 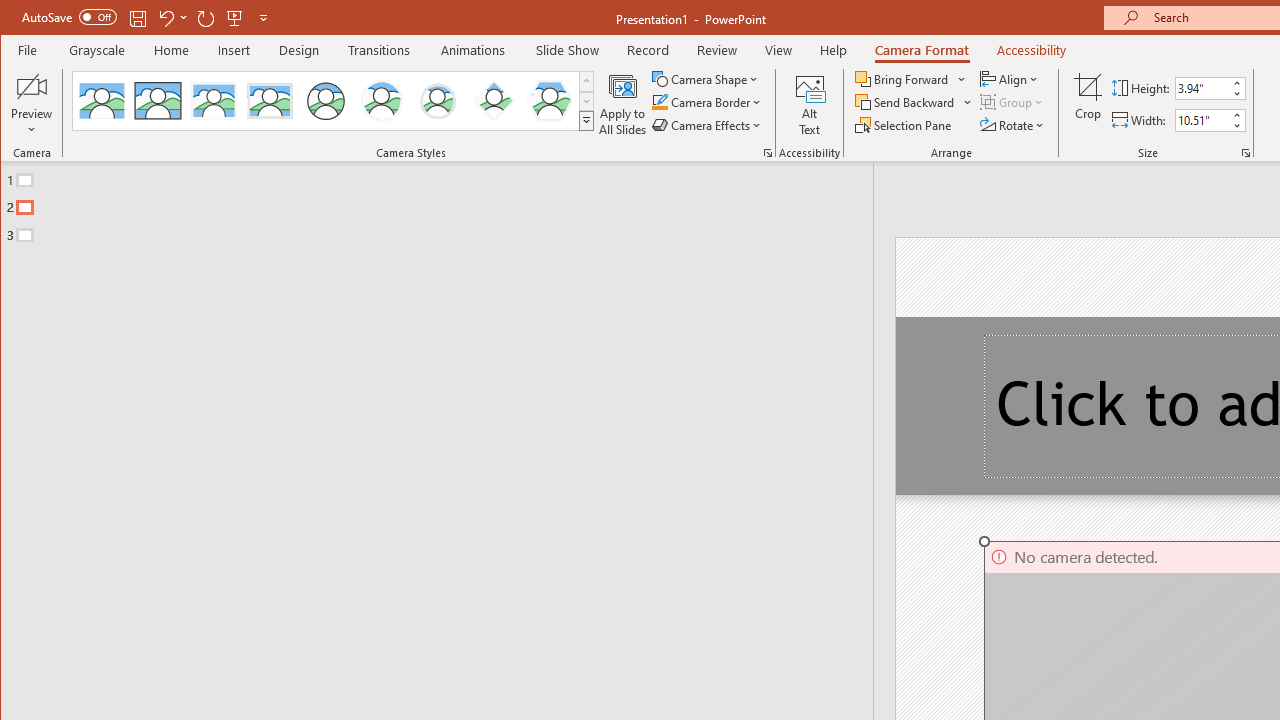 I want to click on 'Quick Access Toolbar', so click(x=145, y=18).